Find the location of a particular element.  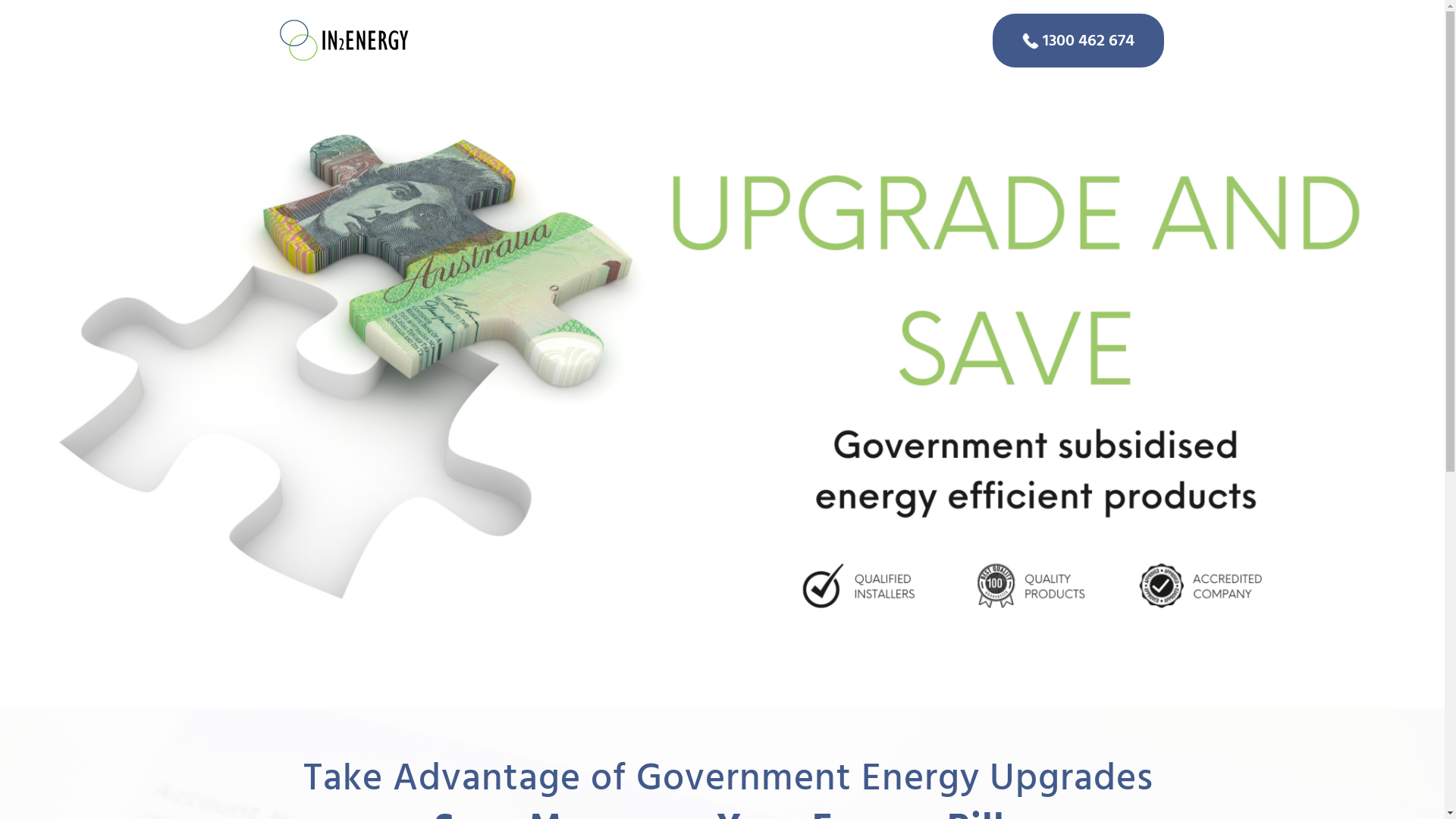

'1300 462 674' is located at coordinates (1076, 39).